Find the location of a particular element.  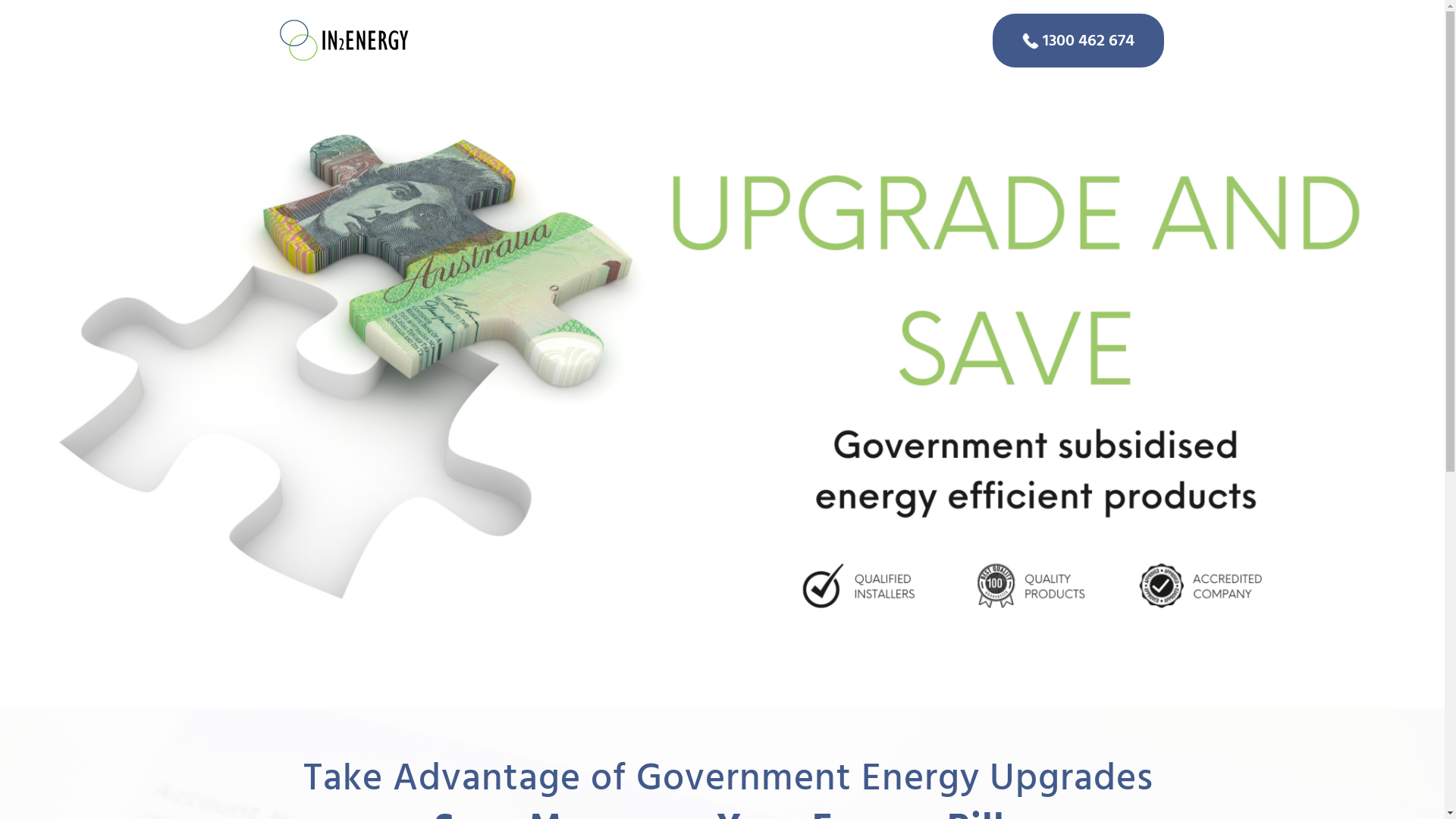

'1300 462 674' is located at coordinates (1076, 39).